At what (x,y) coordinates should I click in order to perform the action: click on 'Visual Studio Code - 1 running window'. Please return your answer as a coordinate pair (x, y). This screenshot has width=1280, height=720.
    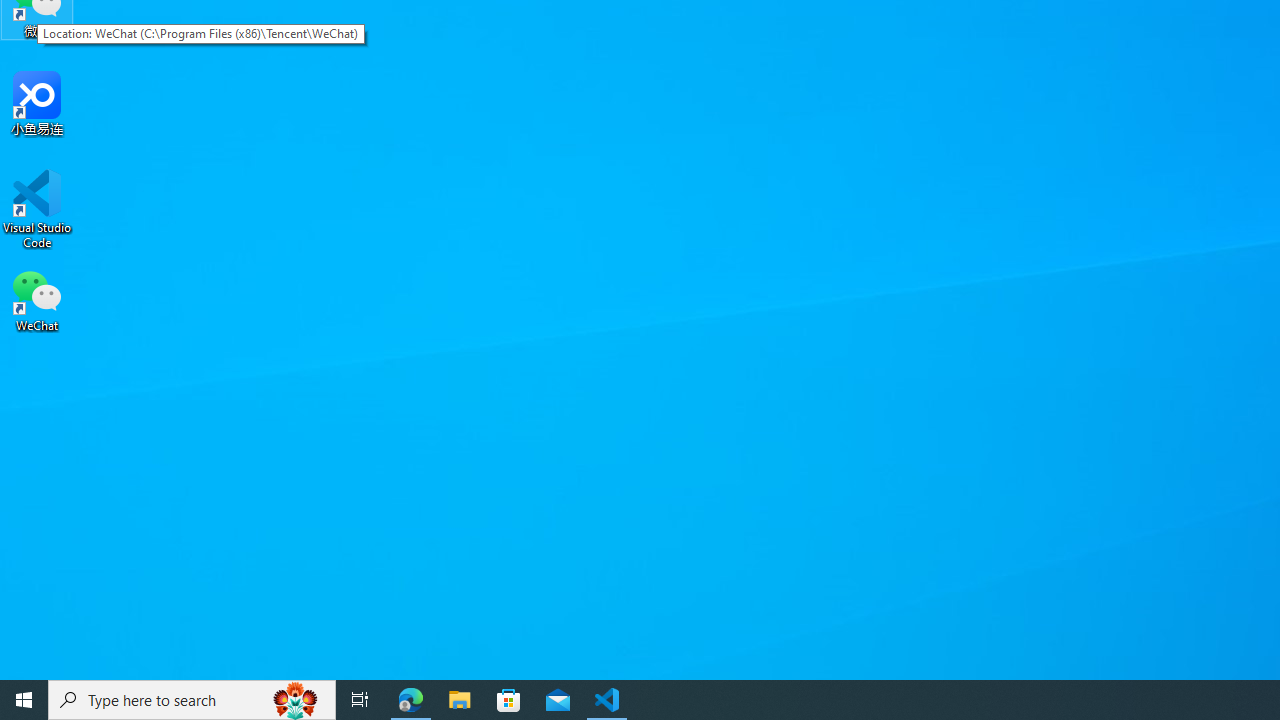
    Looking at the image, I should click on (606, 698).